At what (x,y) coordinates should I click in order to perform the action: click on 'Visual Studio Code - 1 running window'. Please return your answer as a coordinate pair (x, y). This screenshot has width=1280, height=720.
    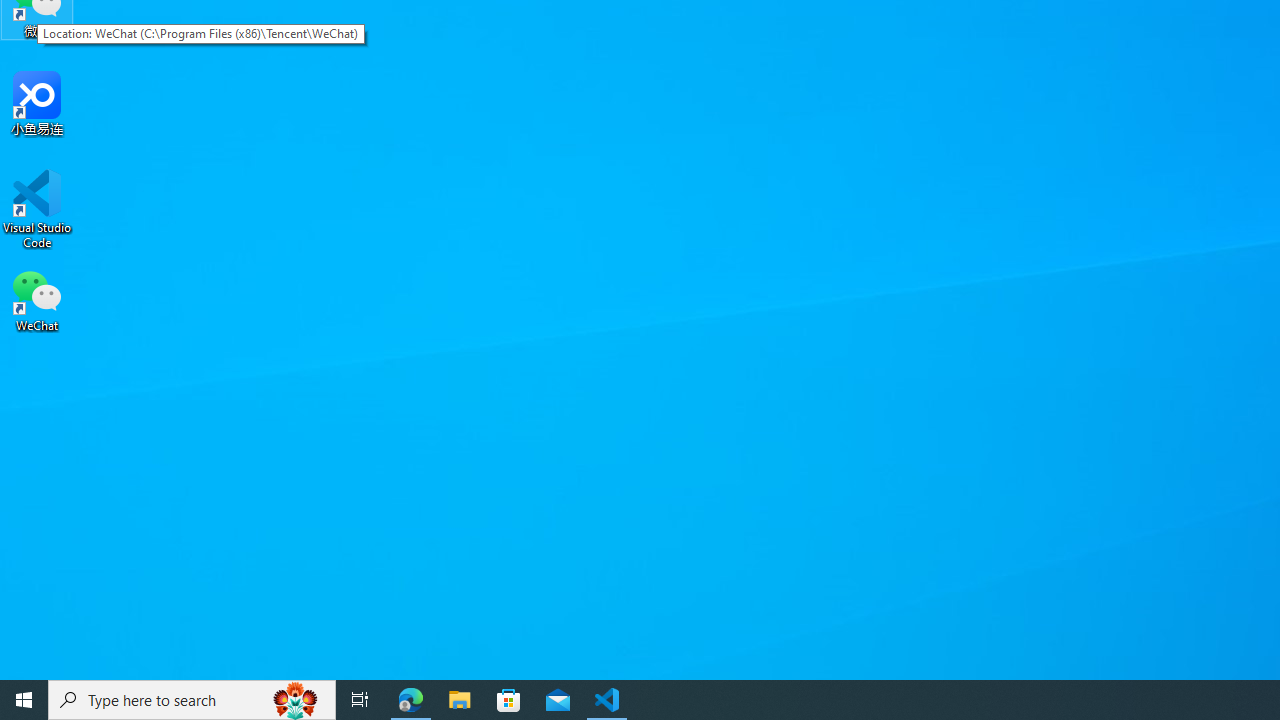
    Looking at the image, I should click on (606, 698).